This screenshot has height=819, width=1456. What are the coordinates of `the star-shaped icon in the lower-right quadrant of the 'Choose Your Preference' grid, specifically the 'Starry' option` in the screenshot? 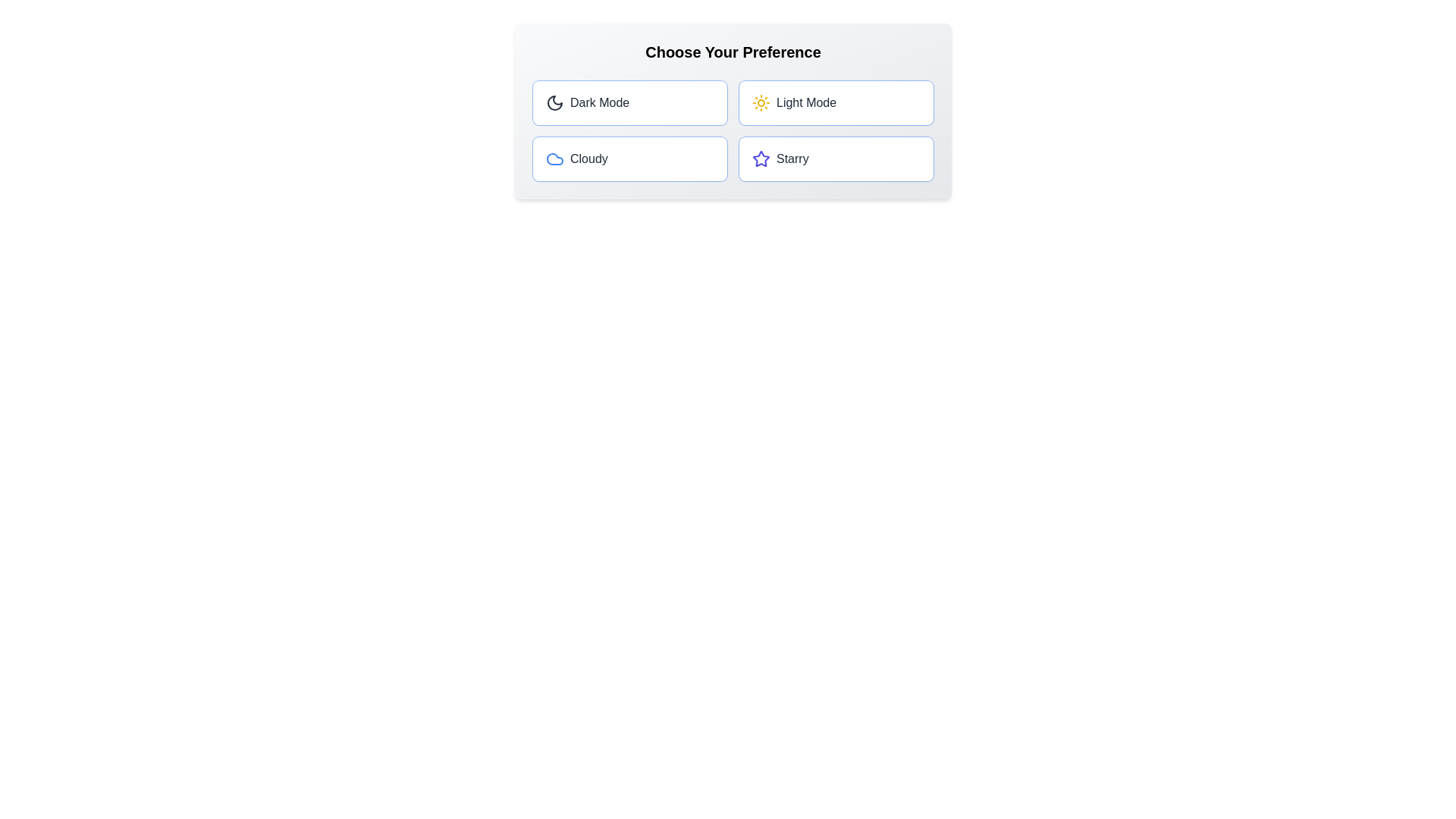 It's located at (761, 158).